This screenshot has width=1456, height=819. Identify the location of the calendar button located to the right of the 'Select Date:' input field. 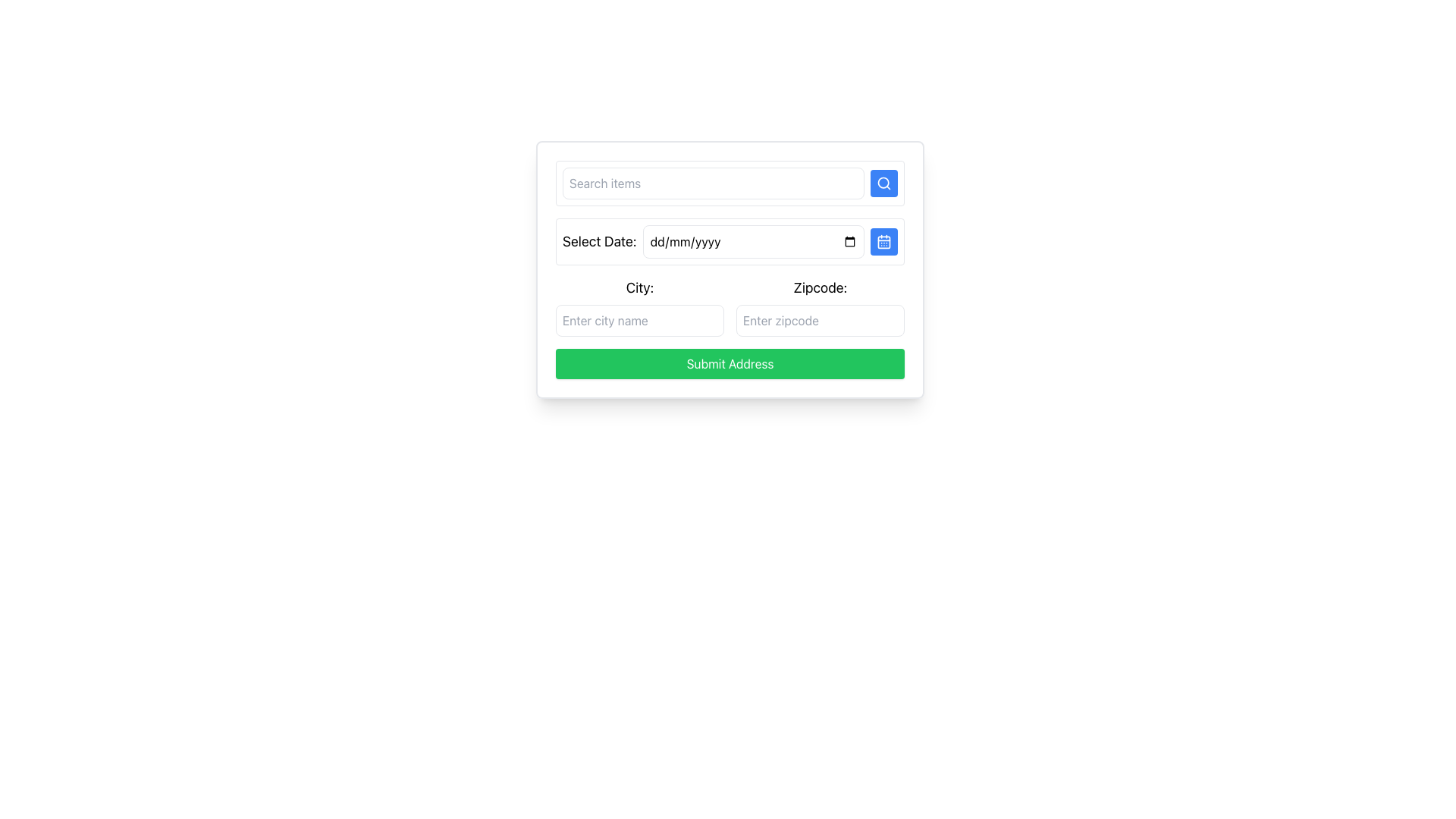
(884, 241).